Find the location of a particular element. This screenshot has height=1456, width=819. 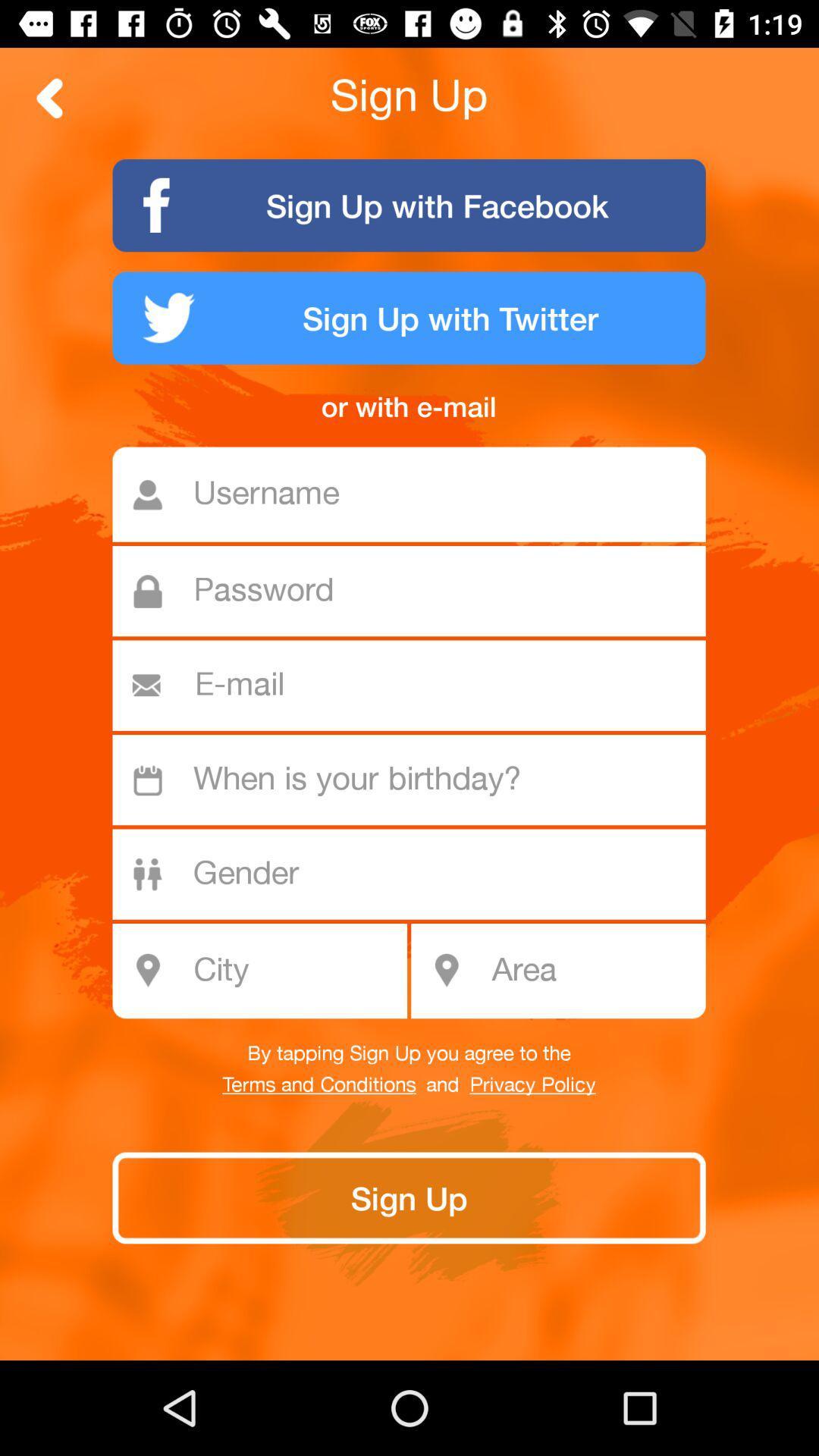

write city is located at coordinates (268, 971).